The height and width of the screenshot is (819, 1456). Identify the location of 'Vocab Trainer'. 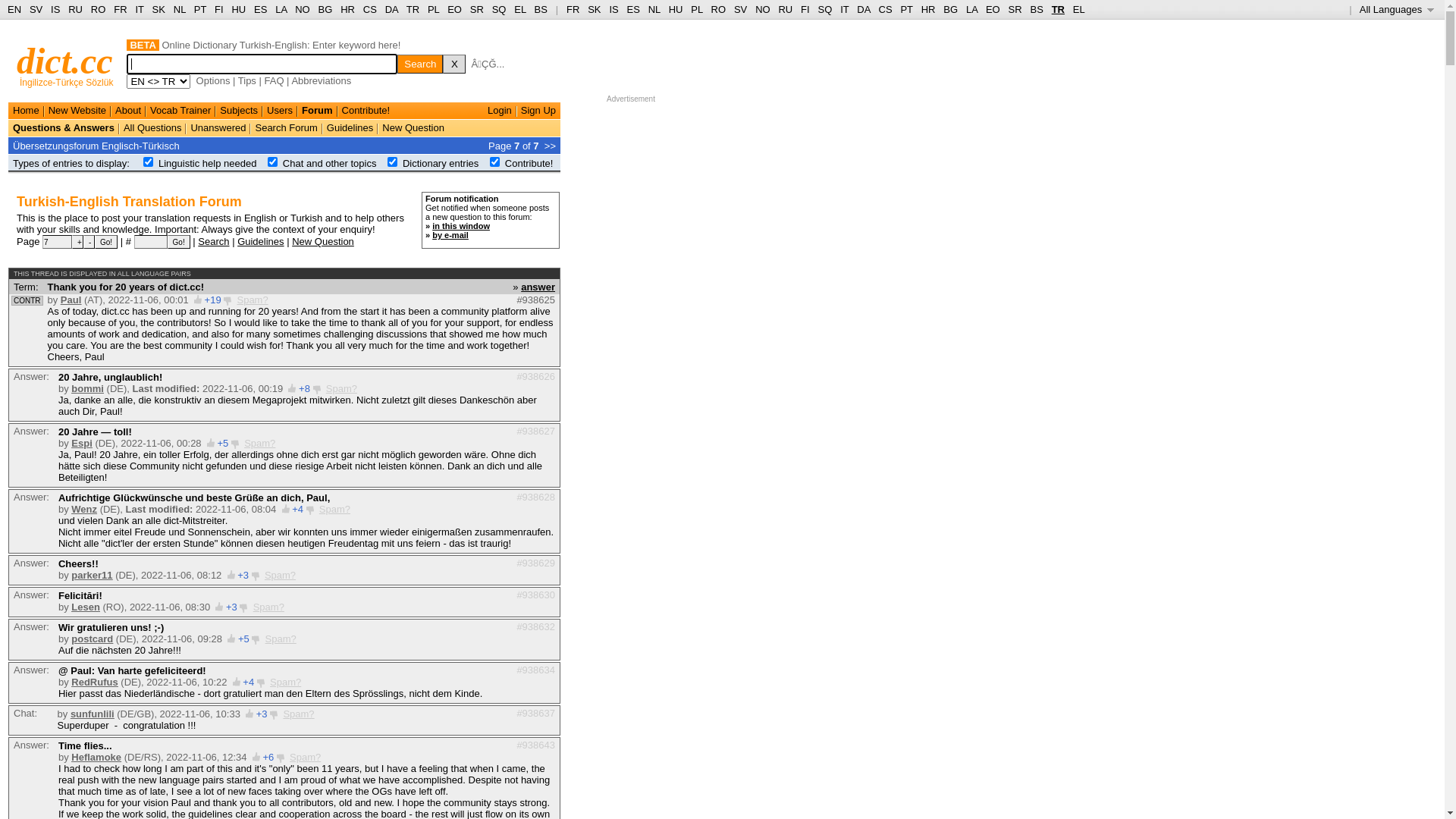
(180, 109).